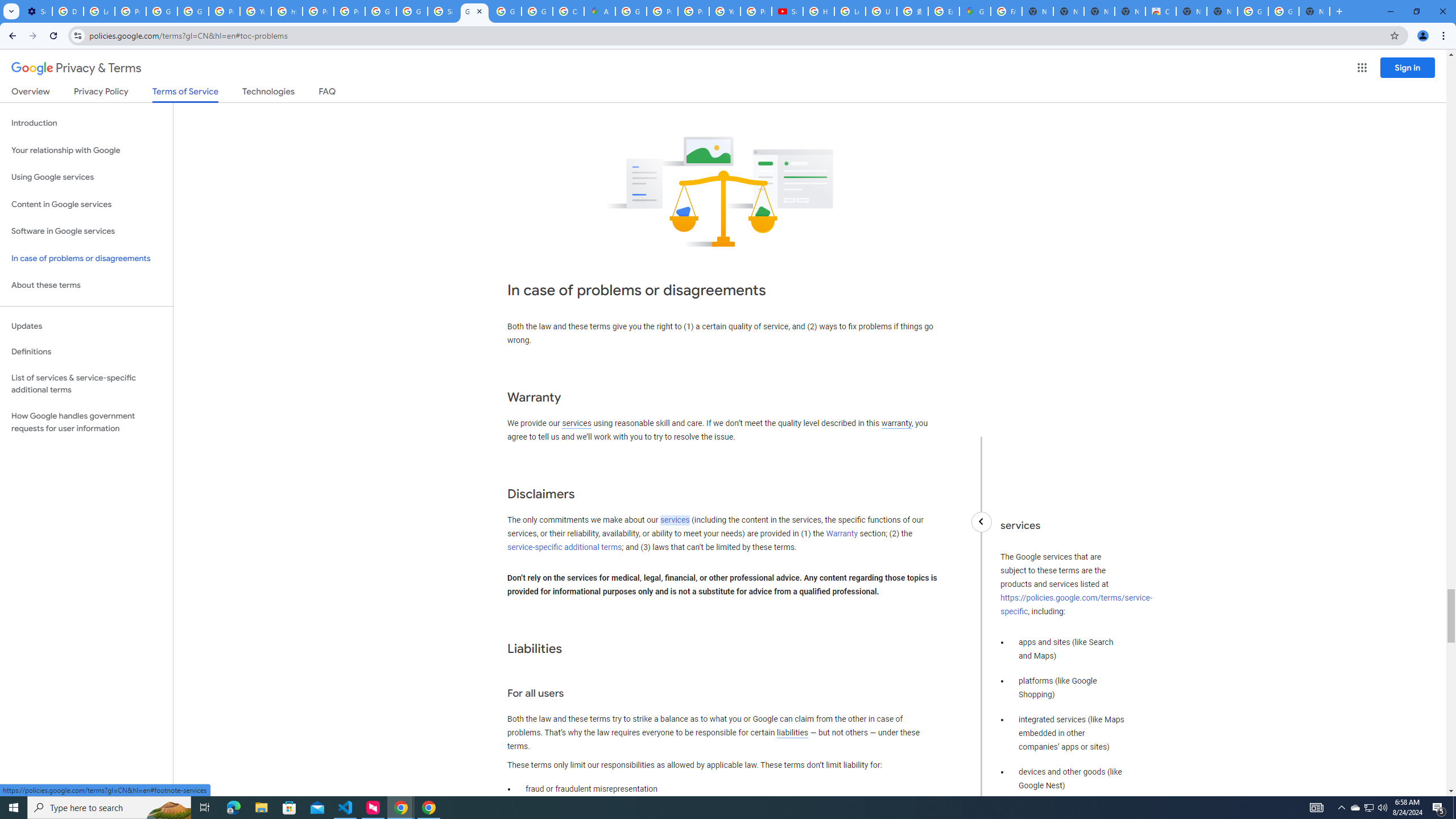 The image size is (1456, 819). What do you see at coordinates (86, 259) in the screenshot?
I see `'In case of problems or disagreements'` at bounding box center [86, 259].